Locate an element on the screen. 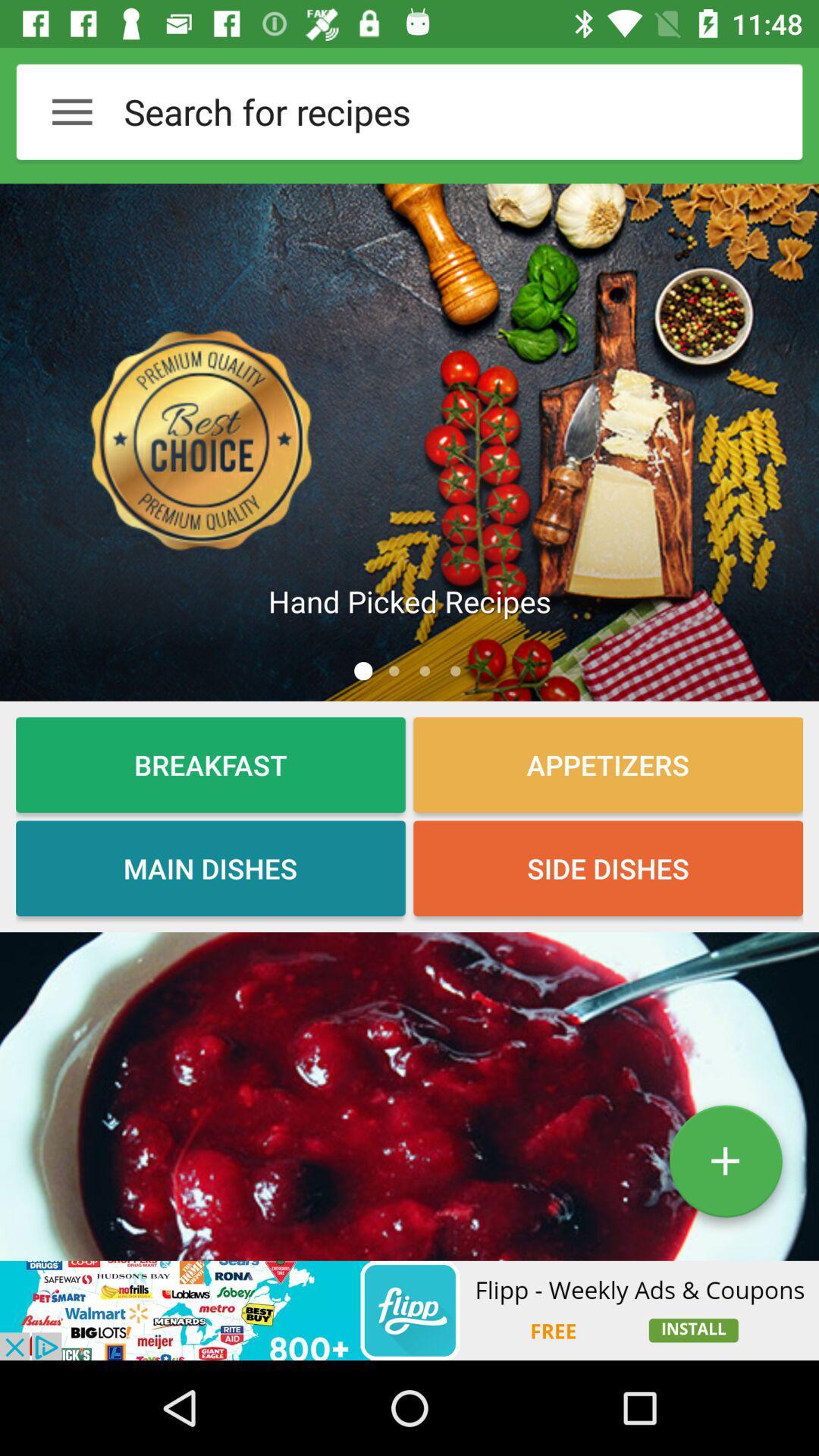 The width and height of the screenshot is (819, 1456). breakfast is located at coordinates (210, 764).